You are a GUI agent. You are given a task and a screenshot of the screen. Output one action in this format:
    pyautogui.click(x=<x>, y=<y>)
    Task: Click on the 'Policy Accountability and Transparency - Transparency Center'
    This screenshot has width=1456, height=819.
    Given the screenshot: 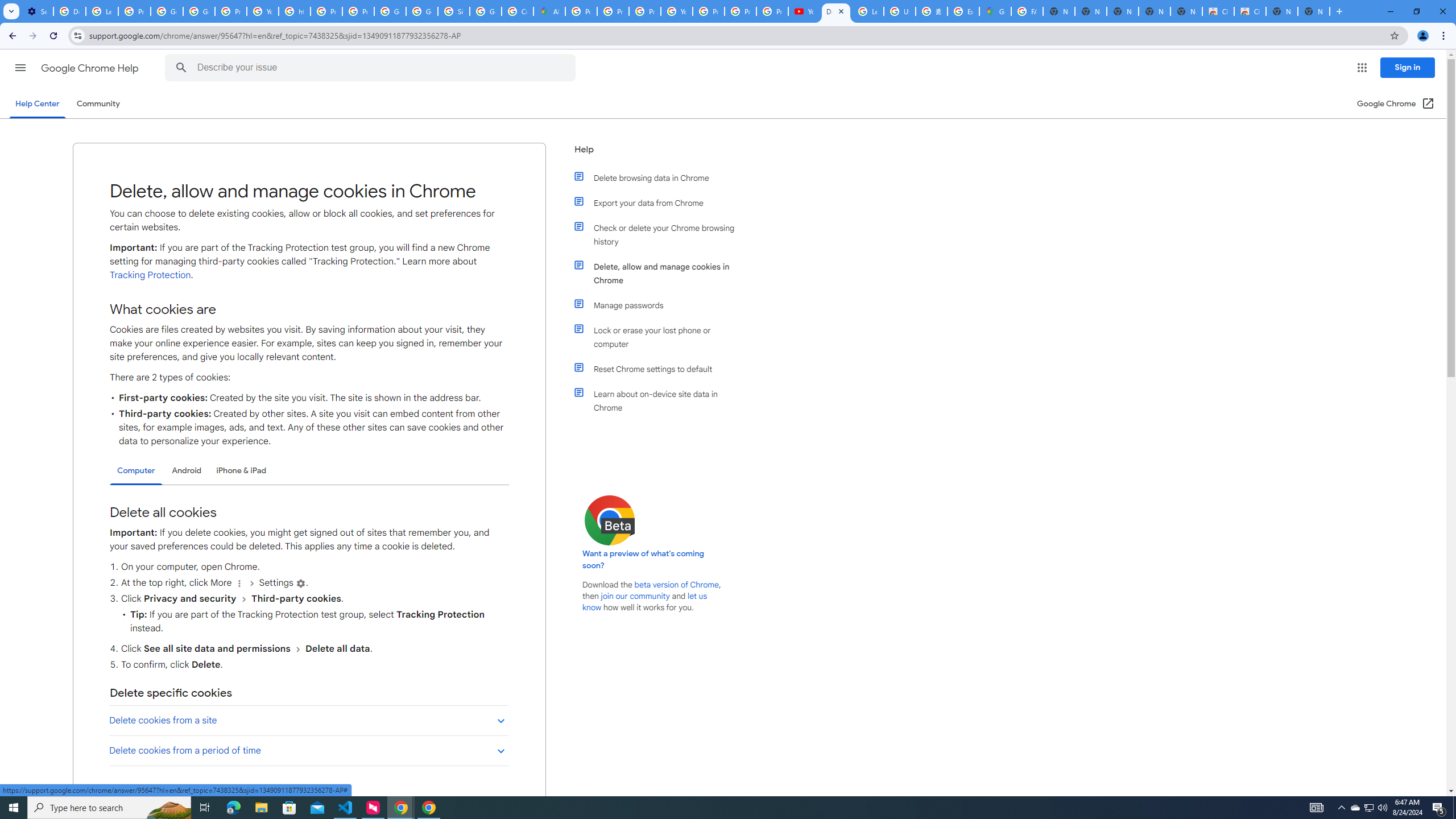 What is the action you would take?
    pyautogui.click(x=581, y=11)
    